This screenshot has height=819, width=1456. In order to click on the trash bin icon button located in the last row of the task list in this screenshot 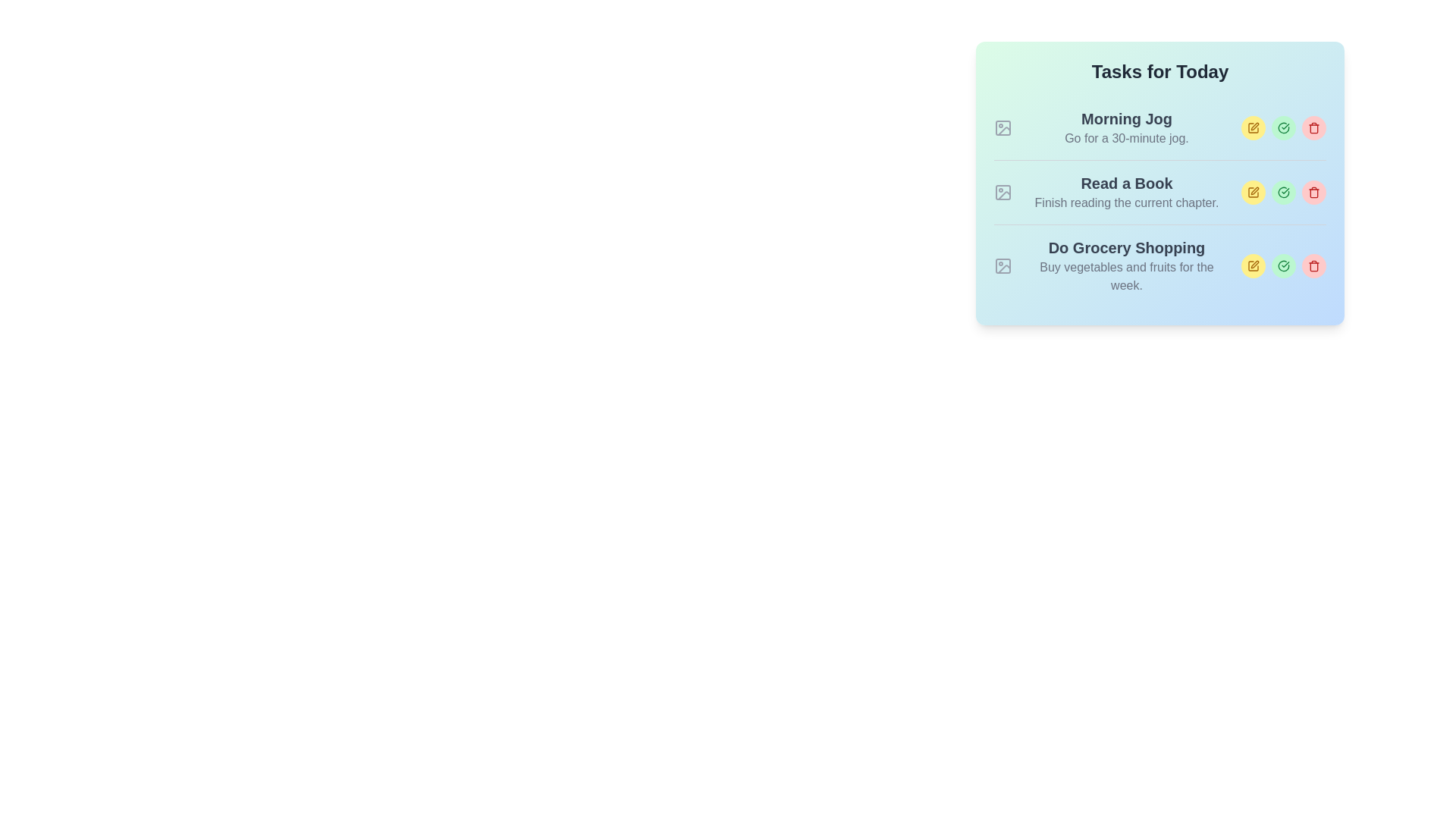, I will do `click(1313, 265)`.